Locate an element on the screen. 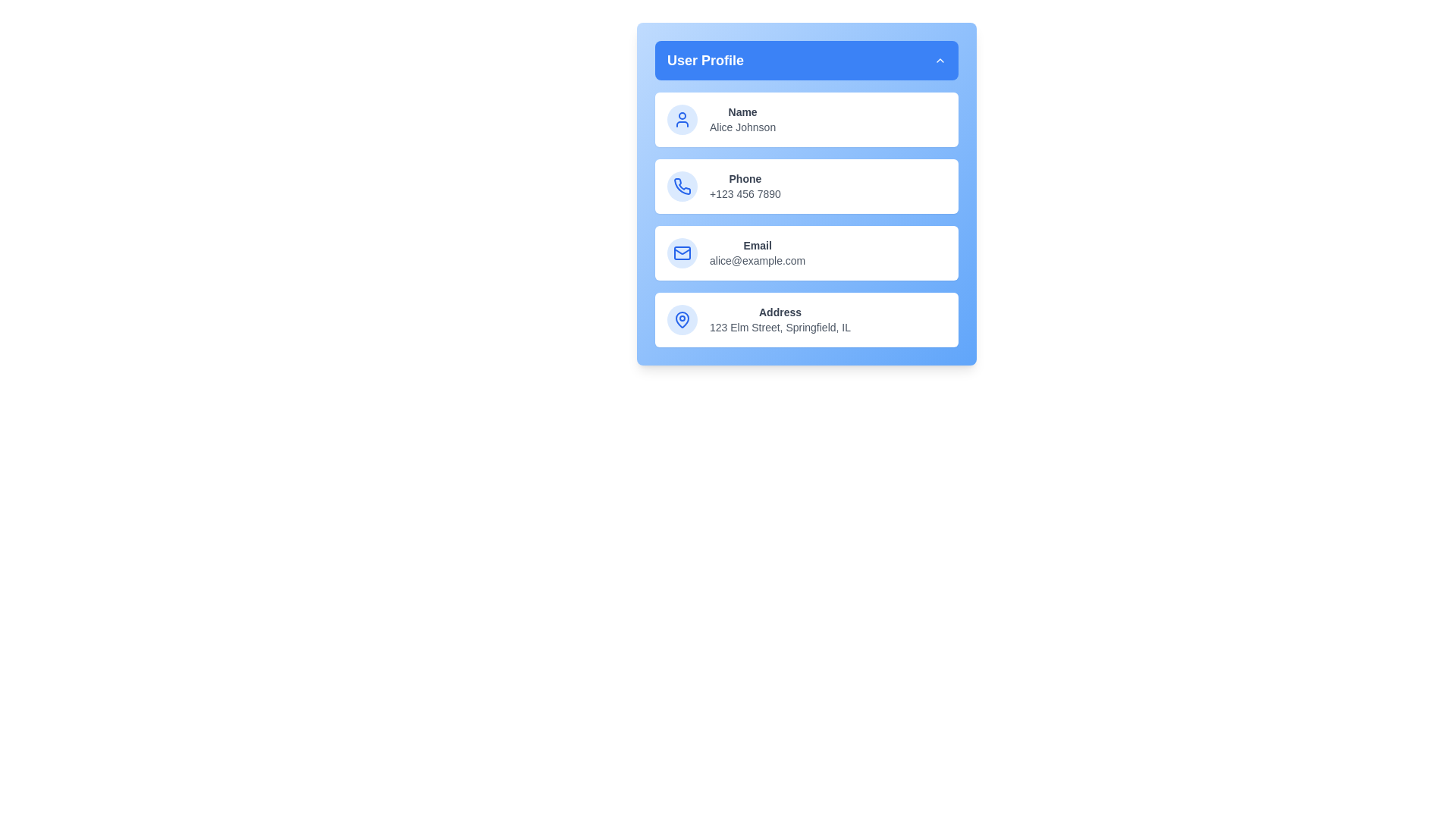 This screenshot has height=819, width=1456. the text label displaying the address '123 Elm Street, Springfield, IL', which is located beneath the bolded 'Address' label within the user profile card is located at coordinates (780, 327).